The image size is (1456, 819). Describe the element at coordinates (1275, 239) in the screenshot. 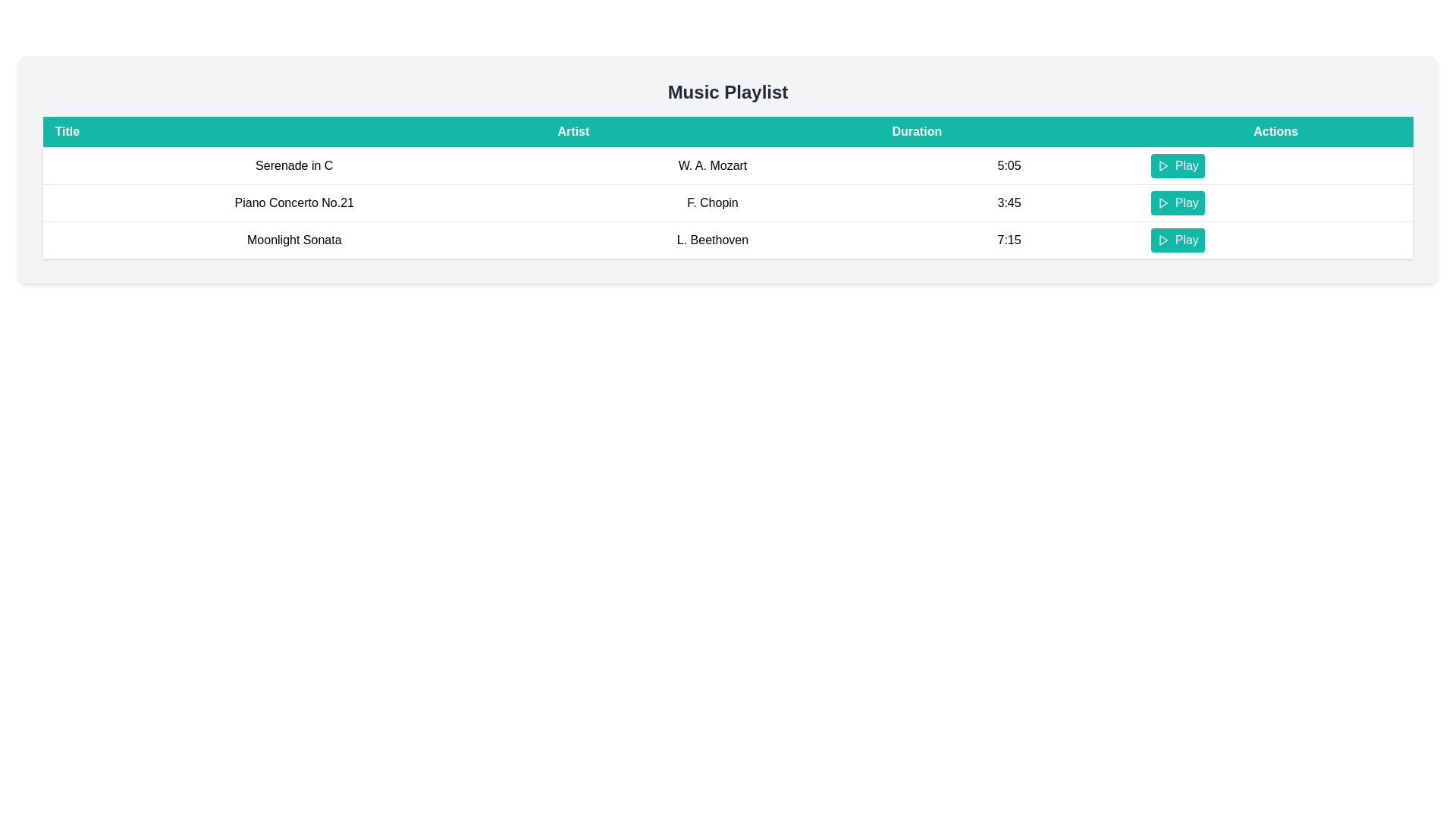

I see `the playback button located in the 'Actions' column of the last row of the music playlist table for the 'Moonlight Sonata' entry` at that location.